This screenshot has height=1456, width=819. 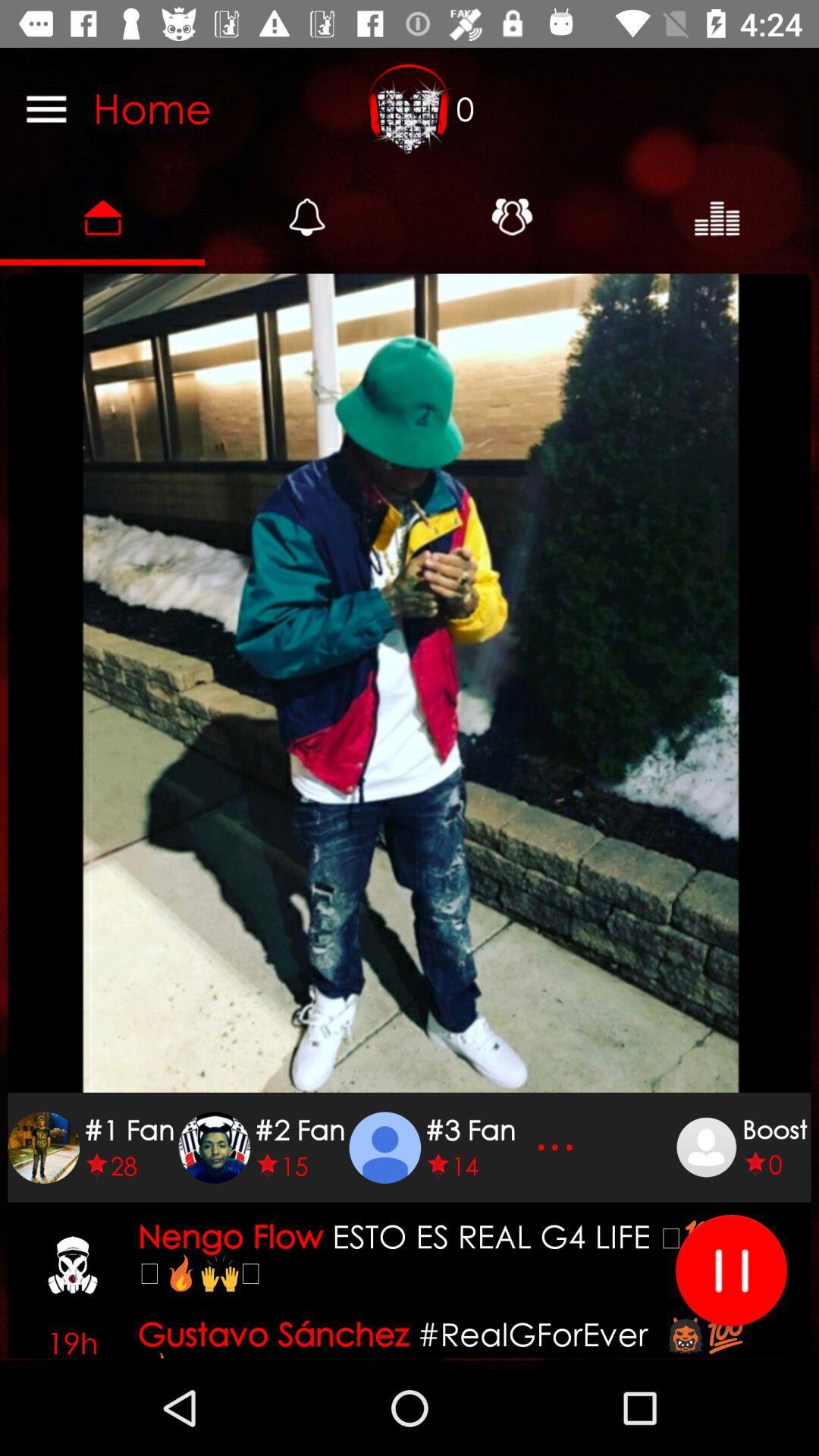 I want to click on the pause icon, so click(x=730, y=1270).